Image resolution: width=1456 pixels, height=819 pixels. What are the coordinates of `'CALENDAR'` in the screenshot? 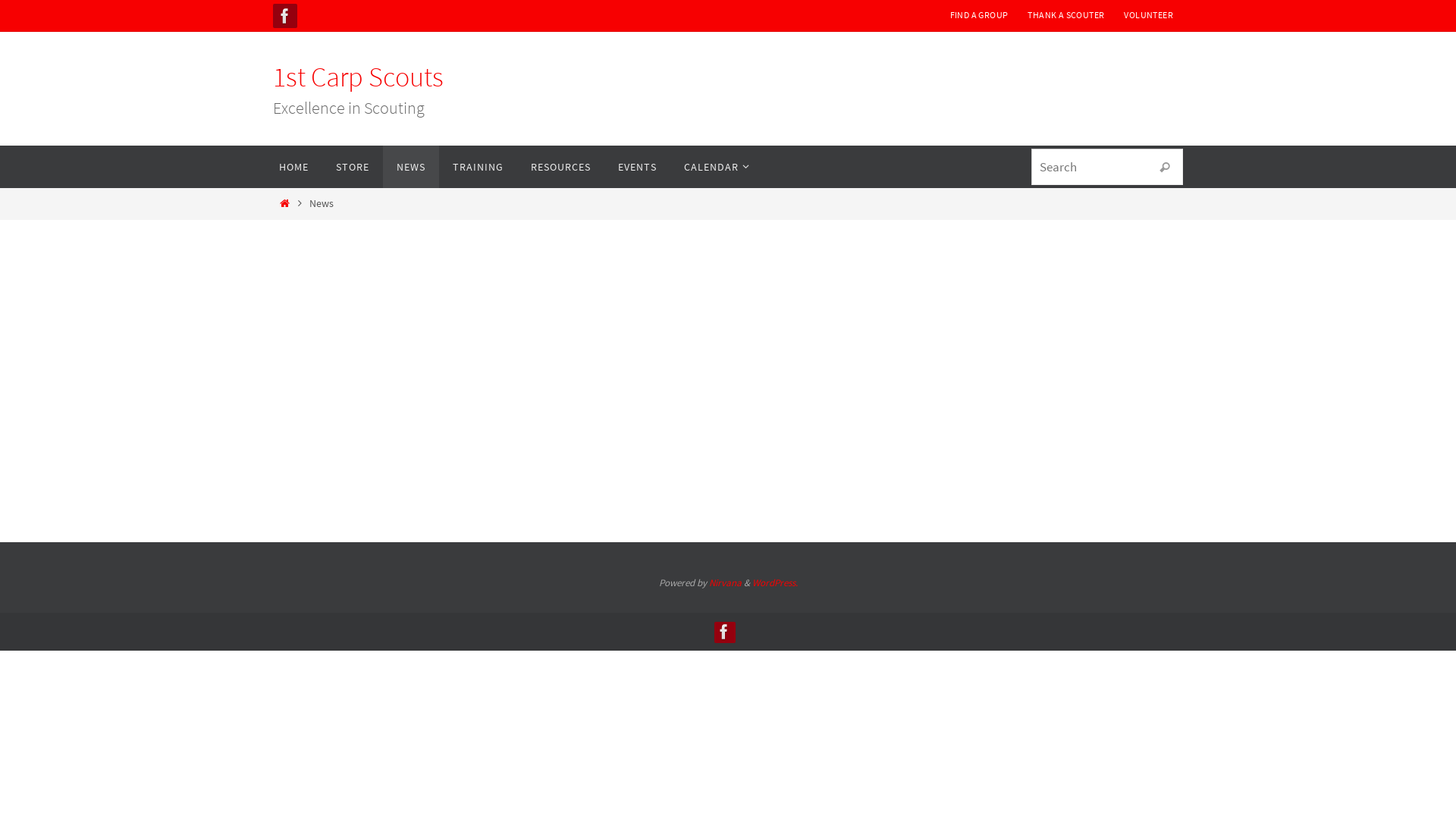 It's located at (712, 166).